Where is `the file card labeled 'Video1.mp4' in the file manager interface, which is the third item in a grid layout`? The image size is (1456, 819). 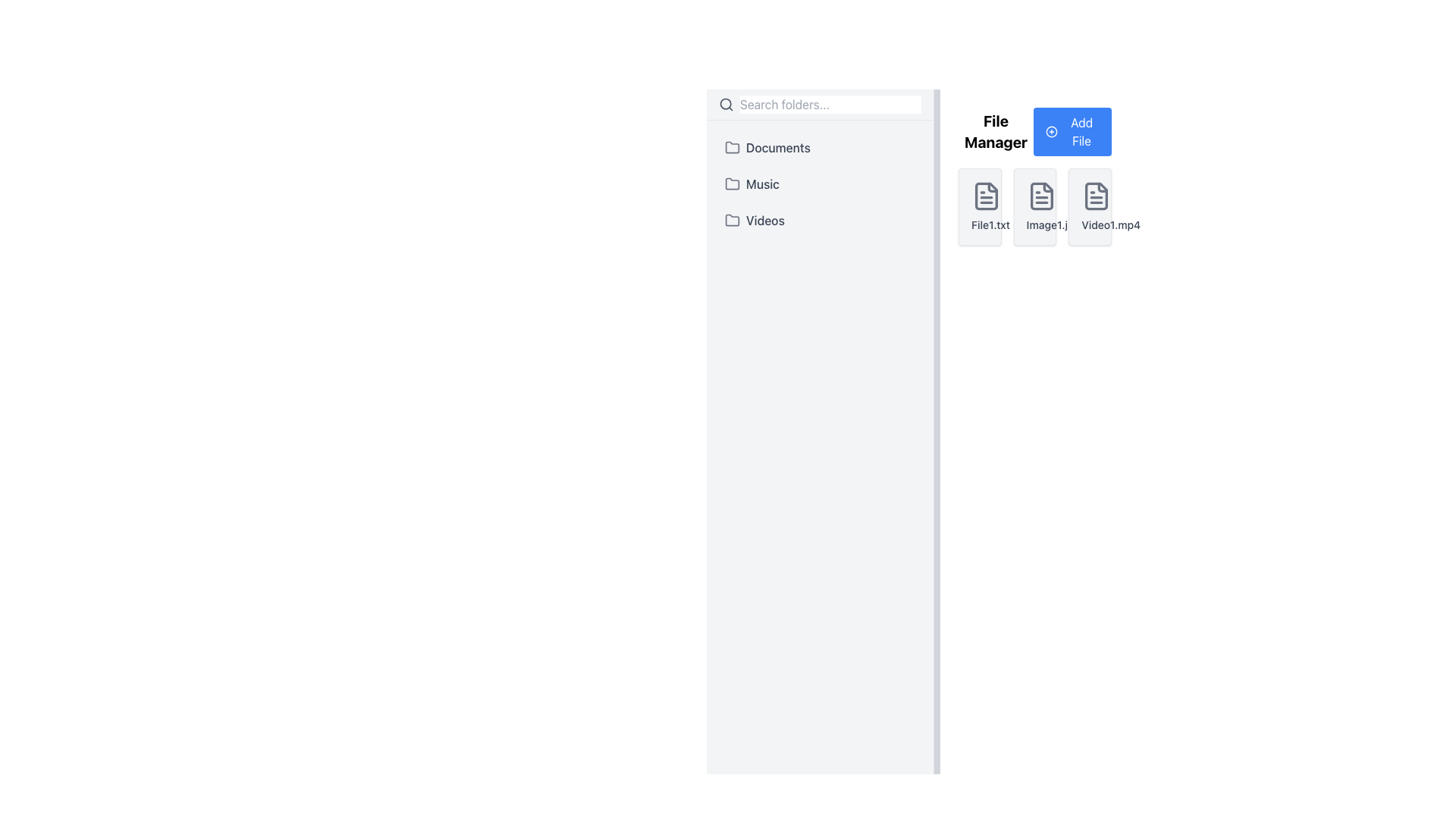
the file card labeled 'Video1.mp4' in the file manager interface, which is the third item in a grid layout is located at coordinates (1089, 207).